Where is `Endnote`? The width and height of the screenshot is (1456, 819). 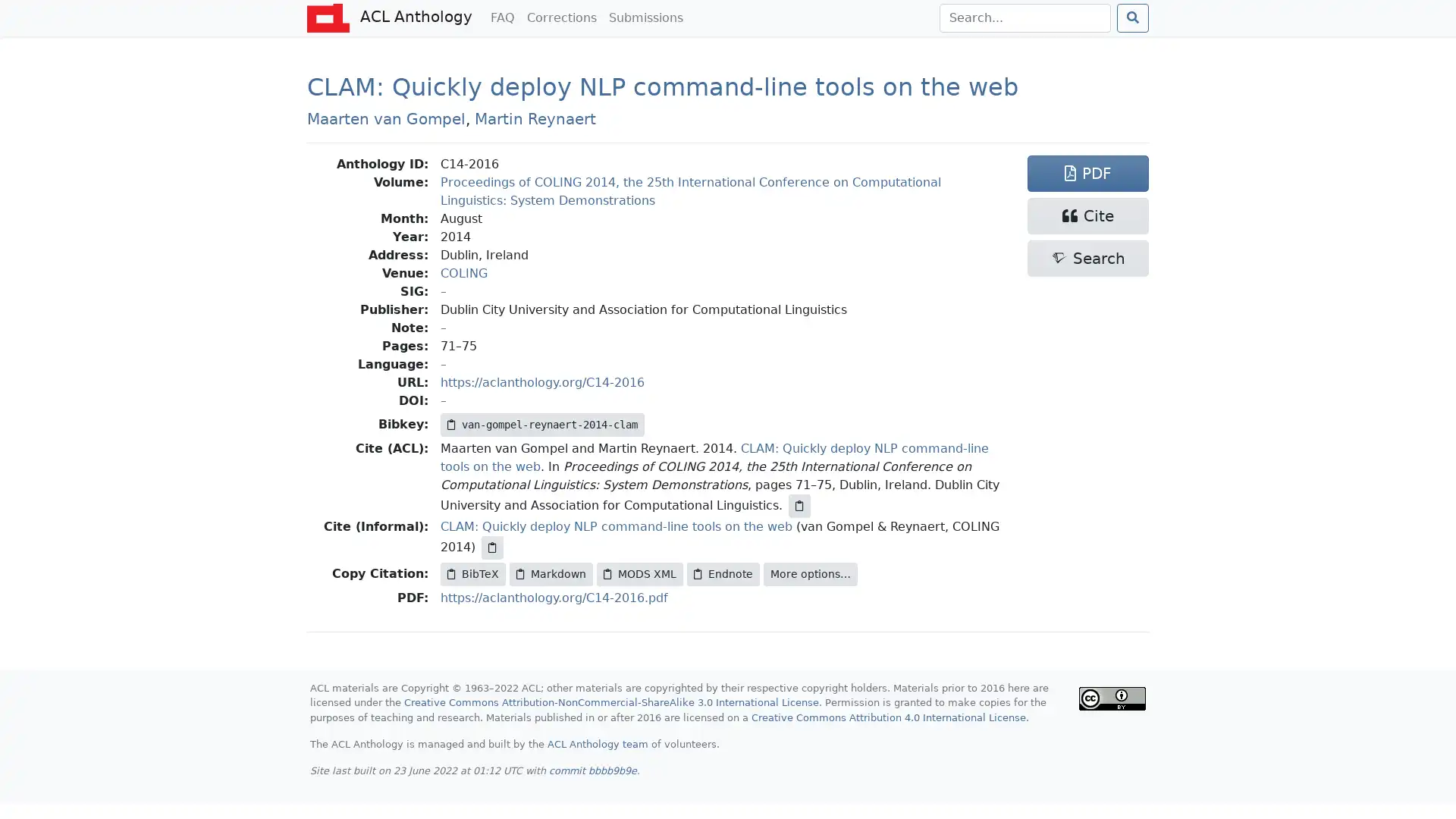
Endnote is located at coordinates (723, 574).